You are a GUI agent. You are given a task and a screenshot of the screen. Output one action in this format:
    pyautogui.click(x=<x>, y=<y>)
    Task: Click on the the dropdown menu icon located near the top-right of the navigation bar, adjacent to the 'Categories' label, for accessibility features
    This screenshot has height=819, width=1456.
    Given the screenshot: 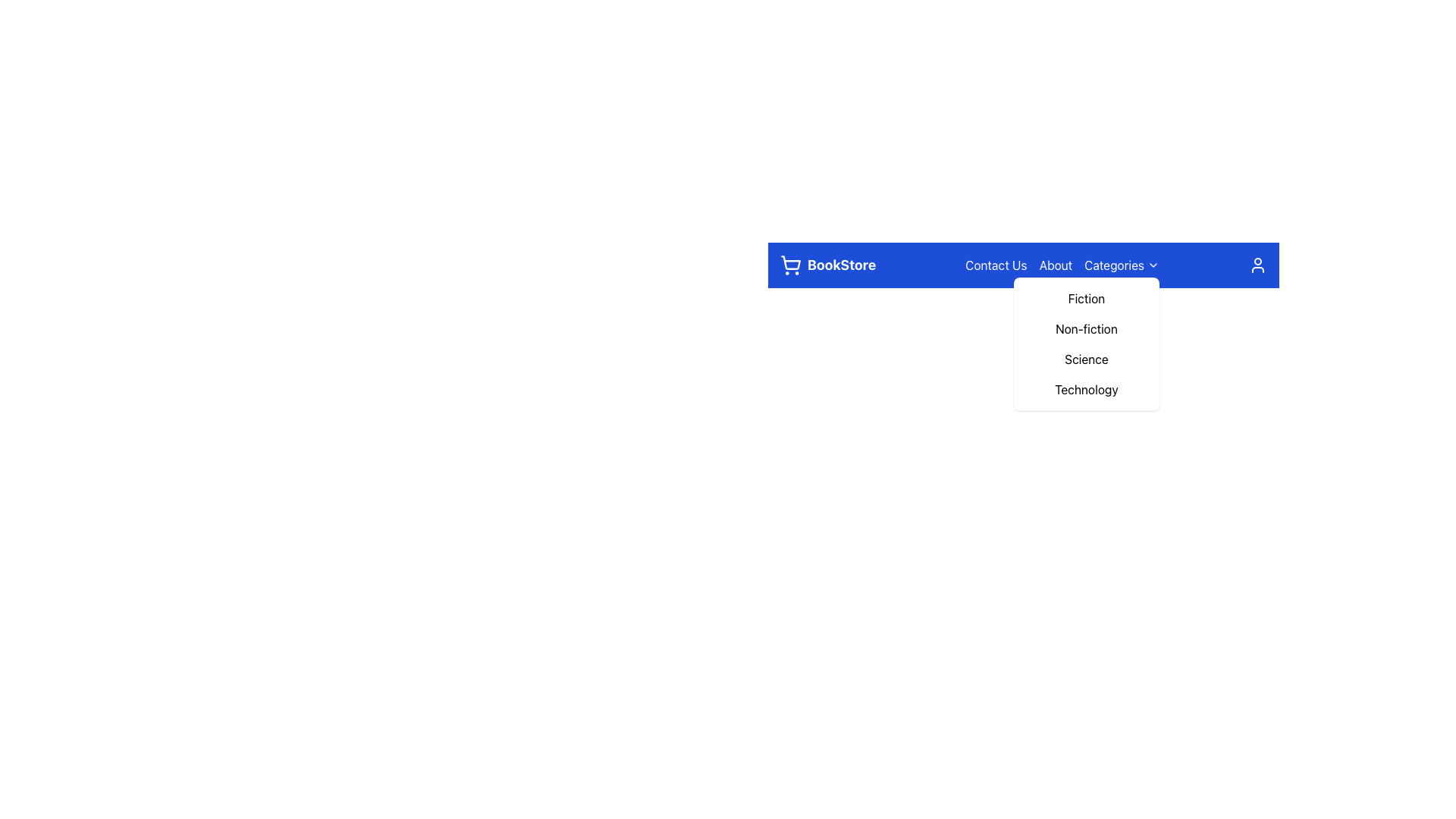 What is the action you would take?
    pyautogui.click(x=1153, y=265)
    